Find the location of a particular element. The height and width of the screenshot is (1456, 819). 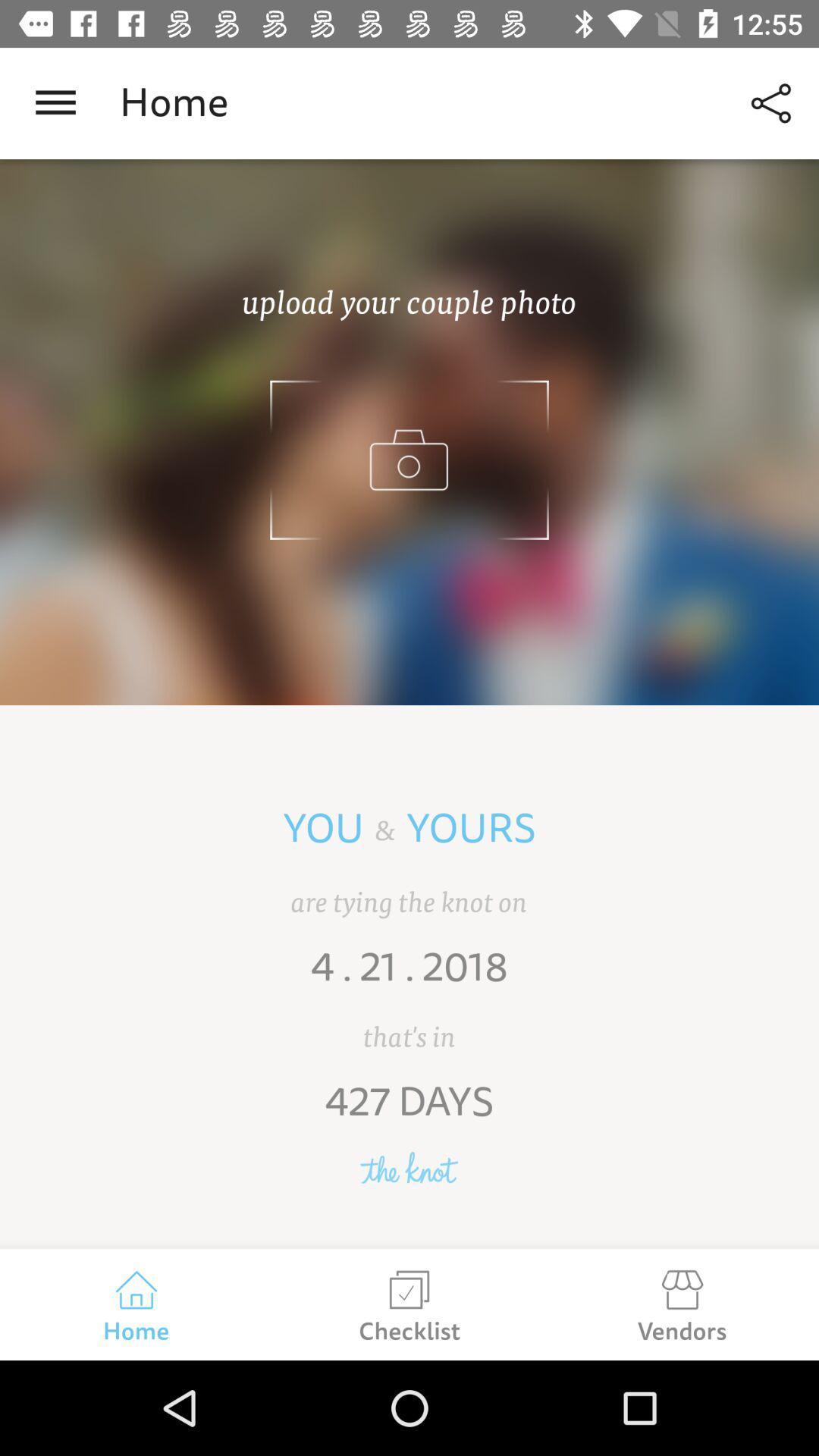

upload photo is located at coordinates (409, 431).